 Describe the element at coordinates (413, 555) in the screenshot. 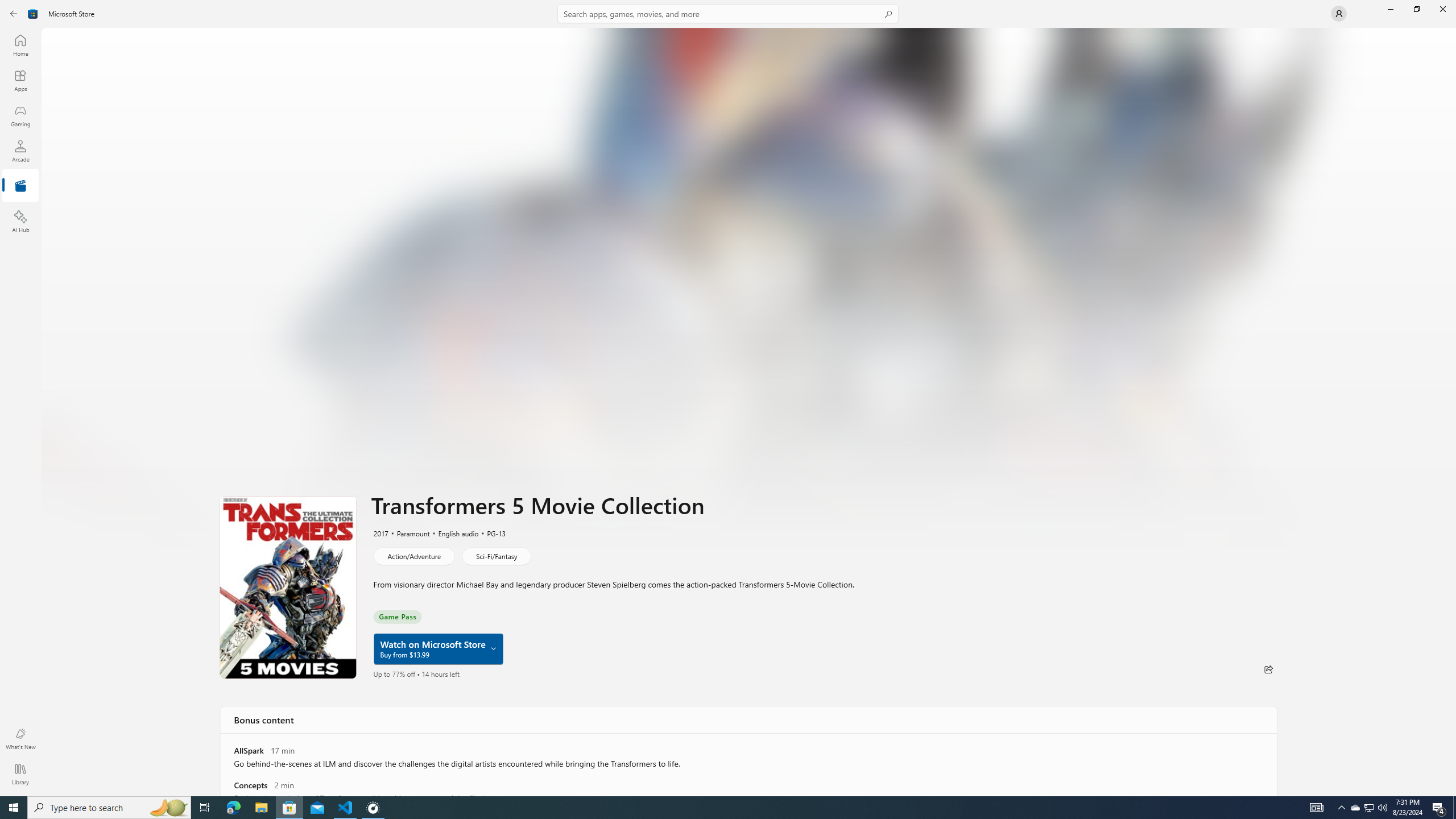

I see `'Action/Adventure'` at that location.